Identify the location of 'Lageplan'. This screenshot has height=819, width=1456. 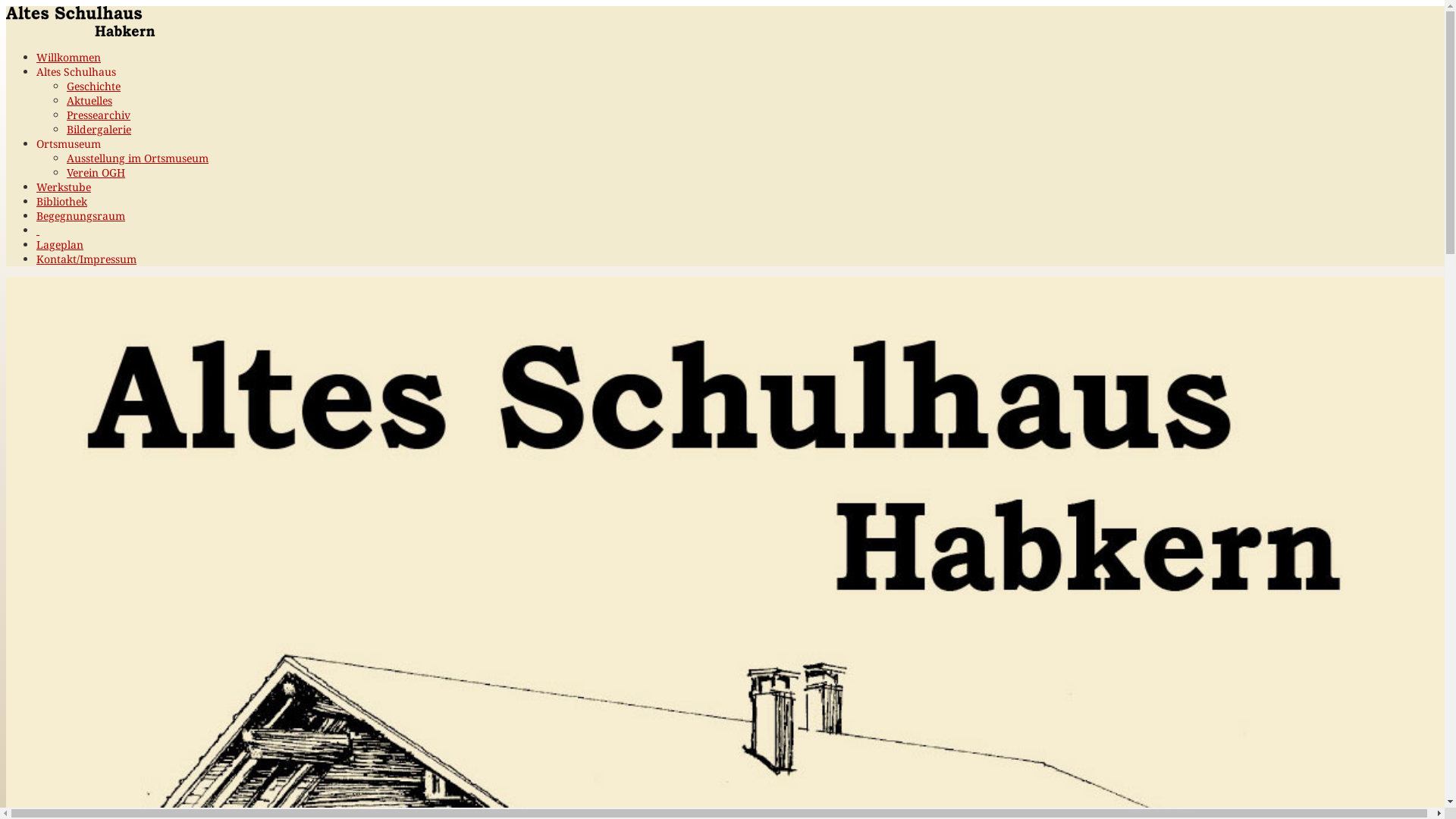
(59, 243).